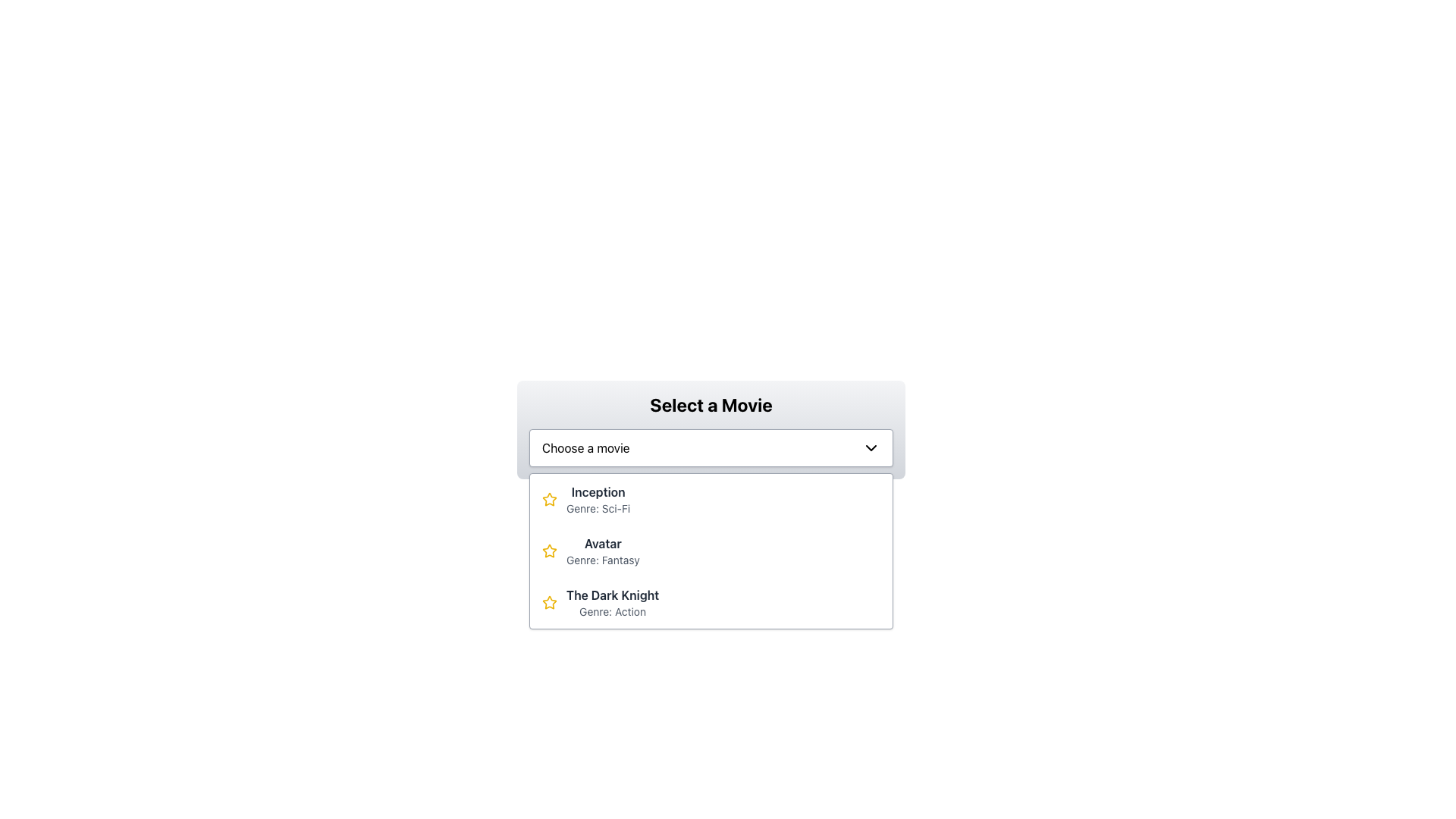  What do you see at coordinates (612, 601) in the screenshot?
I see `the text block representing the movie choice option 'The Dark Knight' within the dropdown list` at bounding box center [612, 601].